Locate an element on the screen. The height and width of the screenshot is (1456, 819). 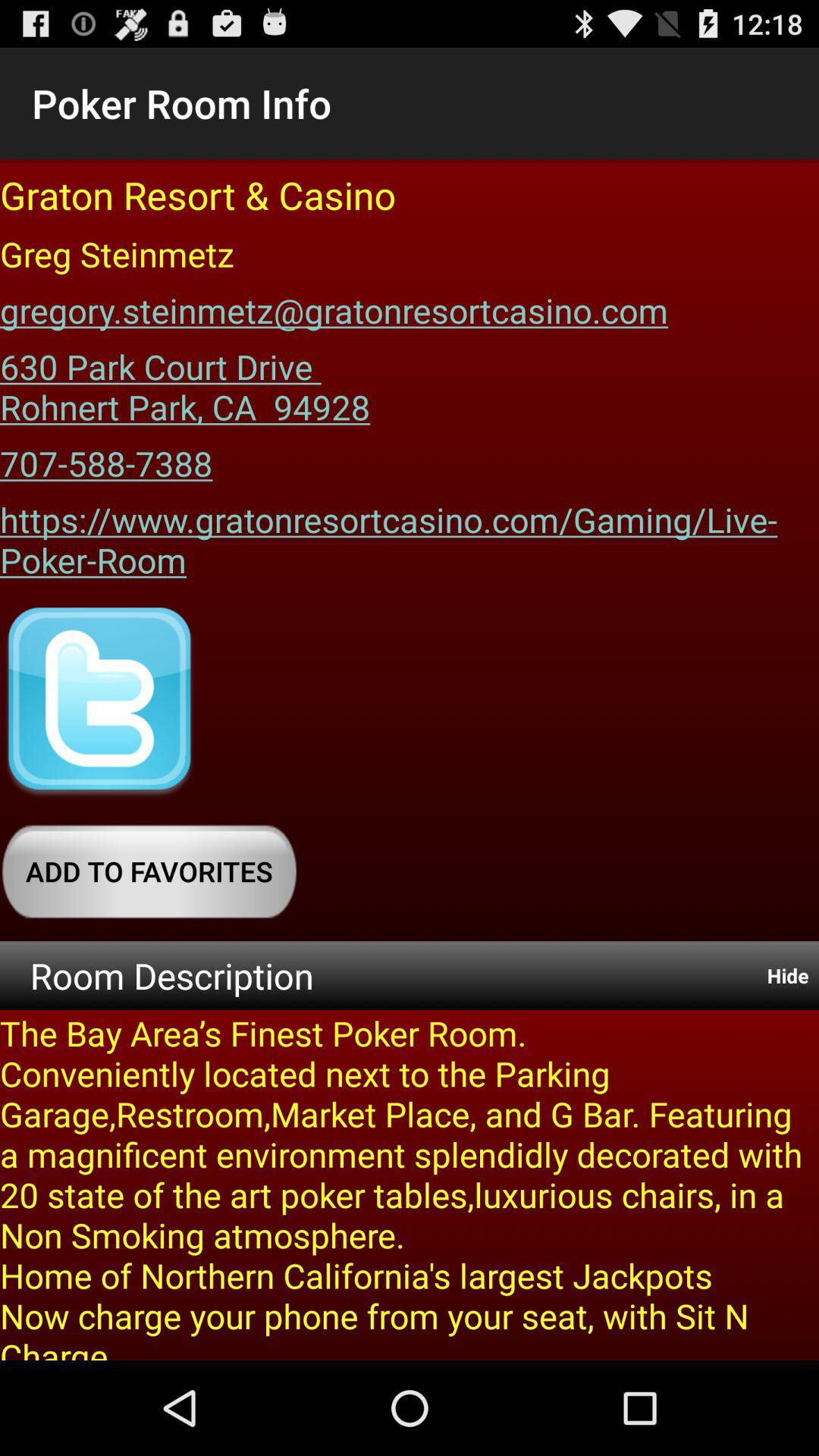
707-588-7388 app is located at coordinates (105, 457).